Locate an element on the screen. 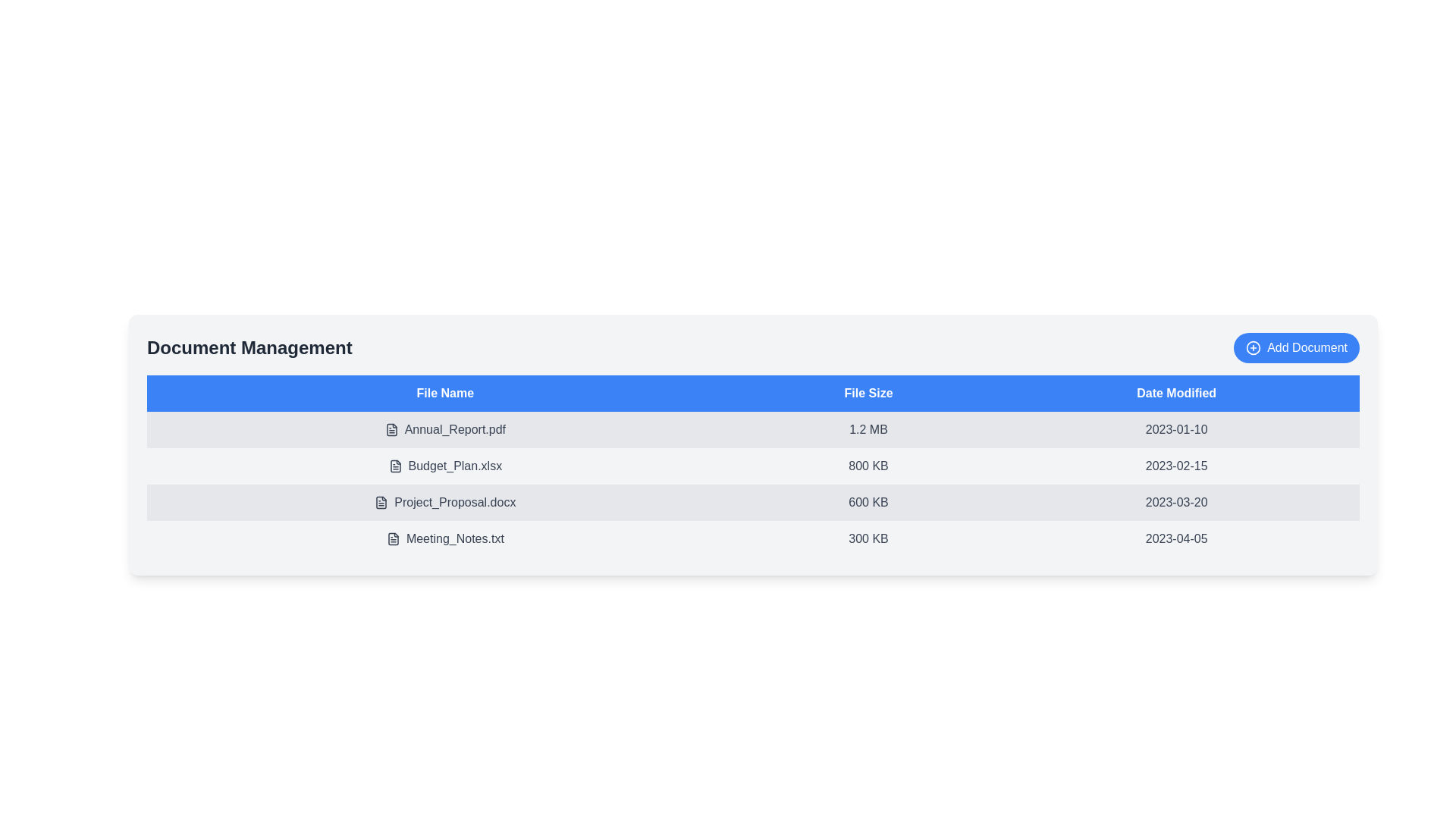 This screenshot has height=819, width=1456. the document name Project_Proposal.docx to view or download the file is located at coordinates (444, 503).